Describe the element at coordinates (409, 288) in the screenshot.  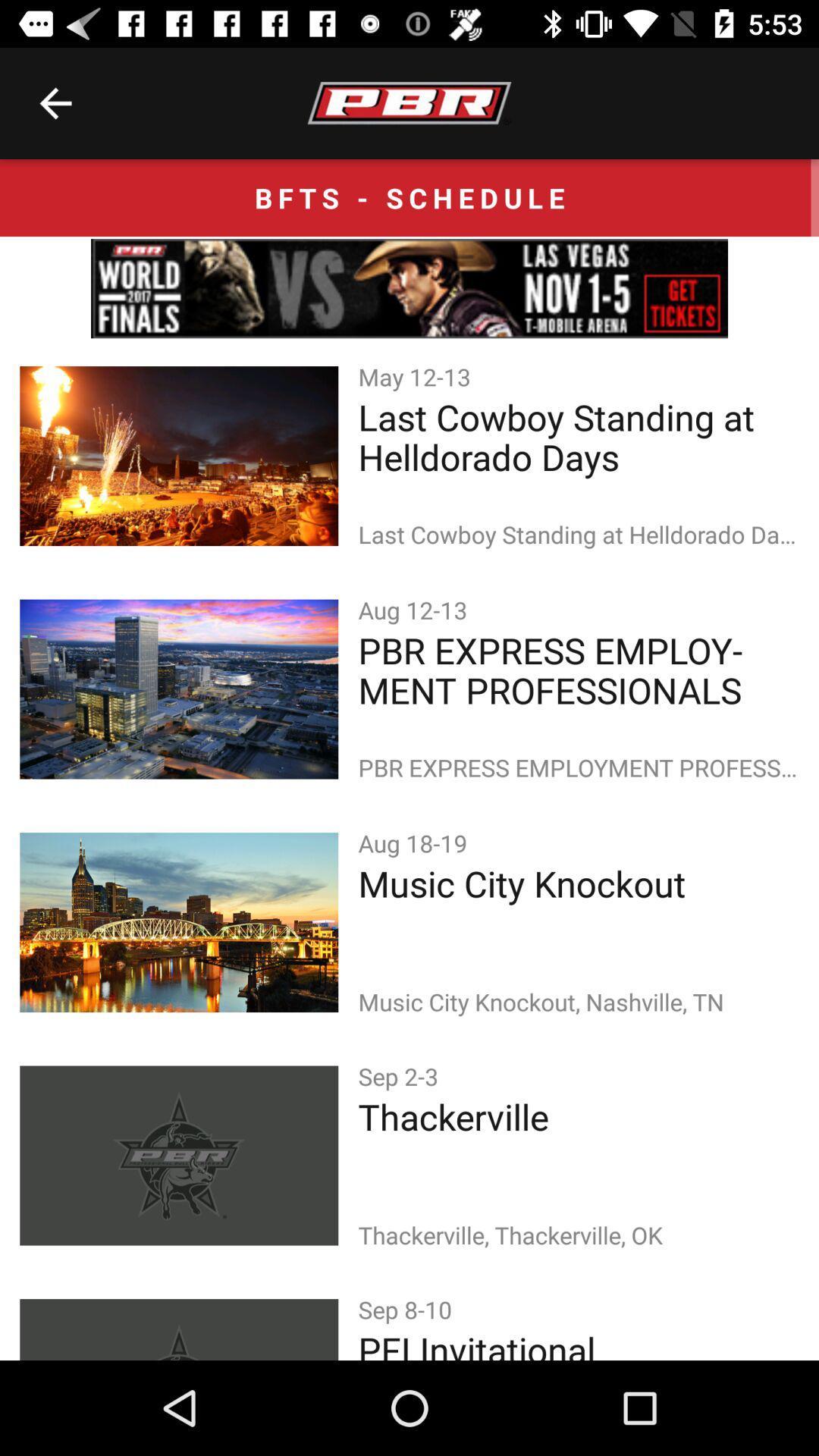
I see `advertisement` at that location.